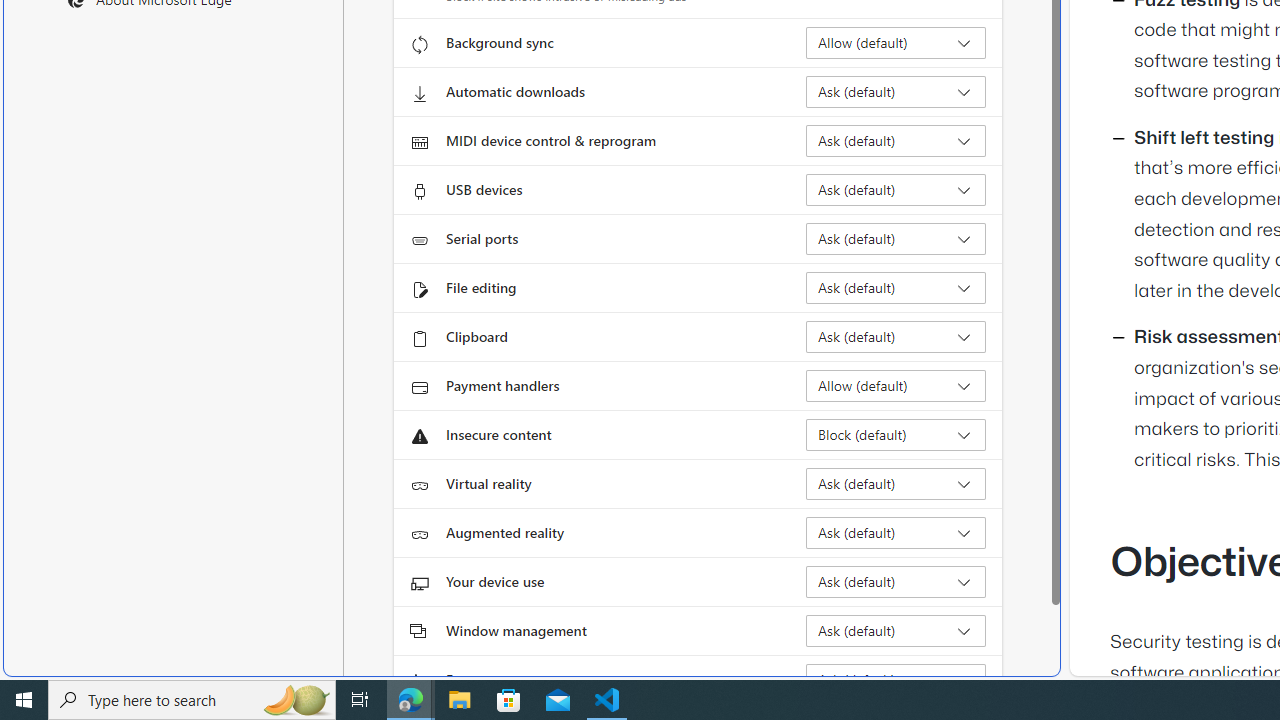 Image resolution: width=1280 pixels, height=720 pixels. What do you see at coordinates (895, 140) in the screenshot?
I see `'MIDI device control & reprogram Ask (default)'` at bounding box center [895, 140].